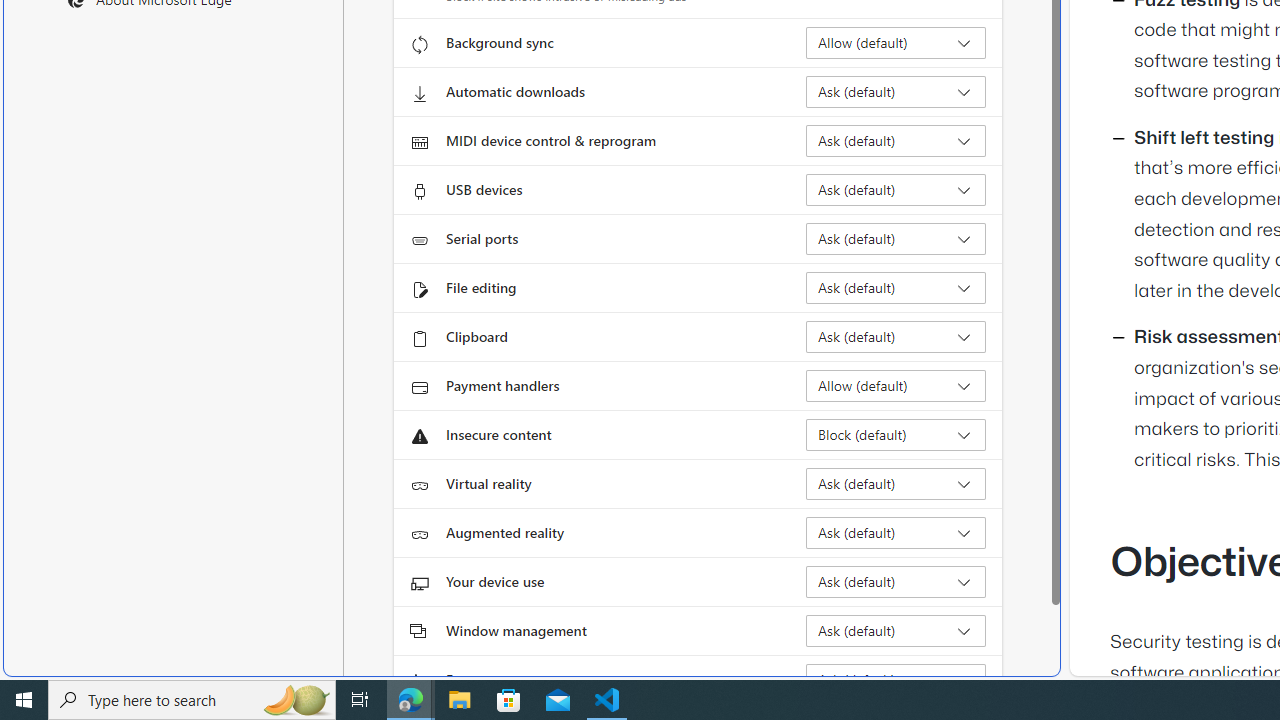 Image resolution: width=1280 pixels, height=720 pixels. What do you see at coordinates (895, 140) in the screenshot?
I see `'MIDI device control & reprogram Ask (default)'` at bounding box center [895, 140].